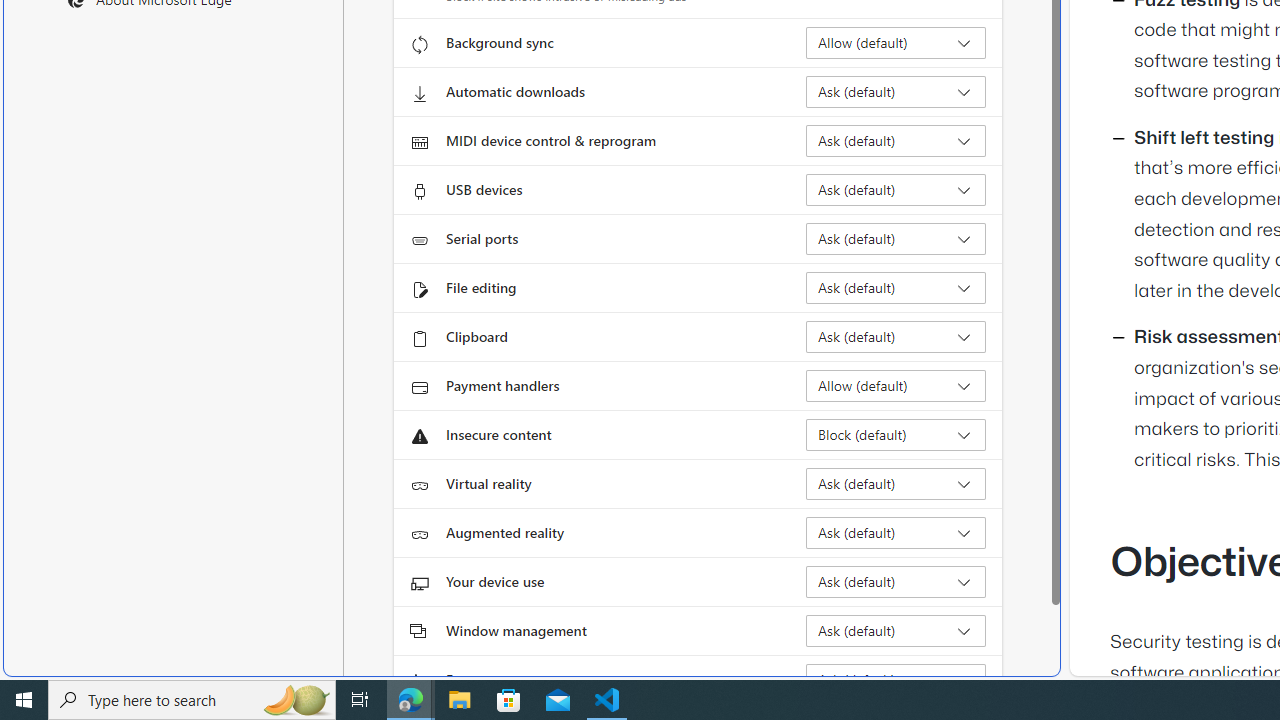 Image resolution: width=1280 pixels, height=720 pixels. What do you see at coordinates (895, 140) in the screenshot?
I see `'MIDI device control & reprogram Ask (default)'` at bounding box center [895, 140].